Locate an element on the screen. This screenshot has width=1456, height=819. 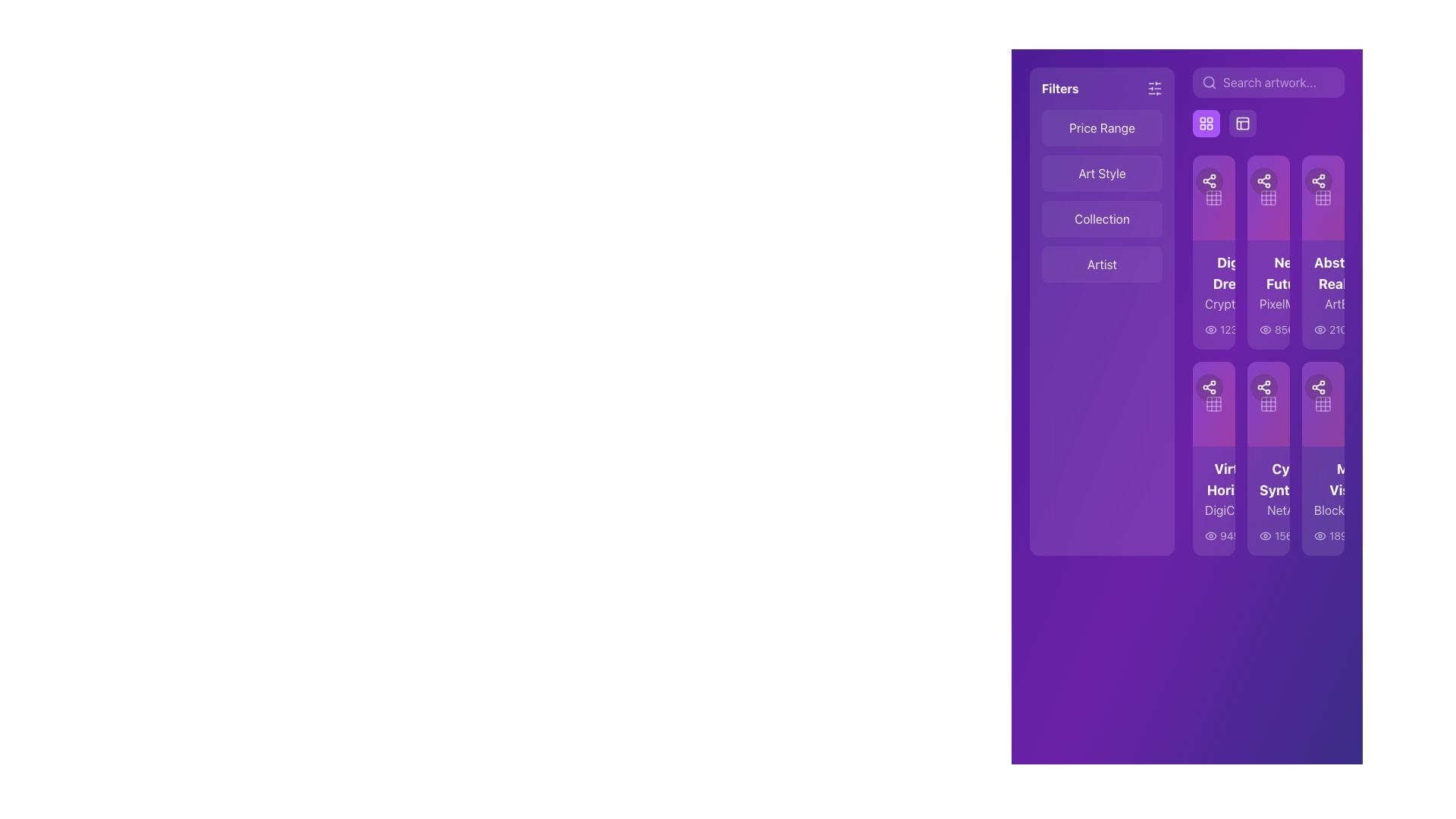
displayed text '1890' which is accompanied by a visibility icon on the left, located in the rightmost column of the grid, second-to-last position among its siblings is located at coordinates (1333, 535).